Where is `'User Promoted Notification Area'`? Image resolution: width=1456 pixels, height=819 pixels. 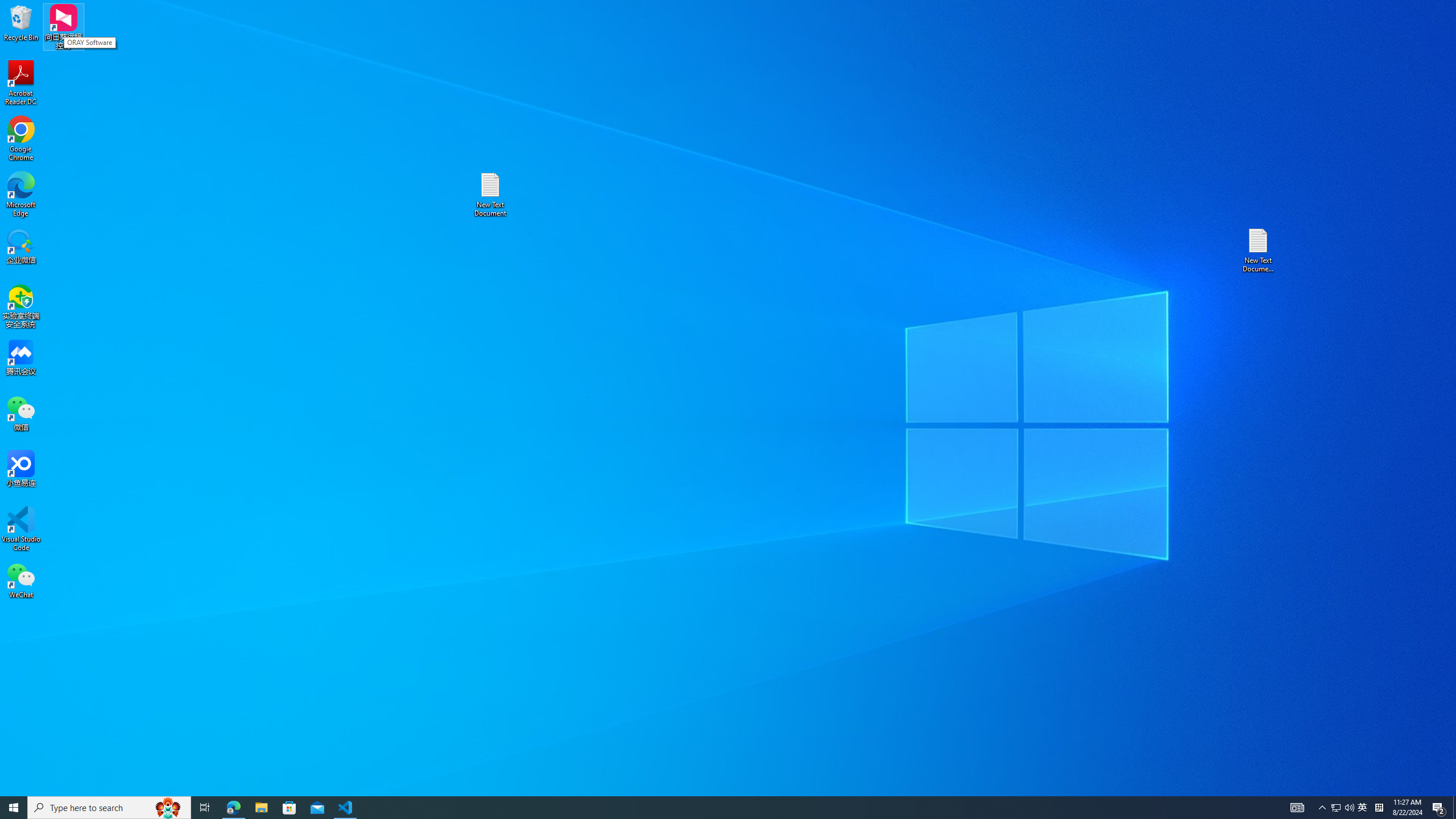 'User Promoted Notification Area' is located at coordinates (1342, 806).